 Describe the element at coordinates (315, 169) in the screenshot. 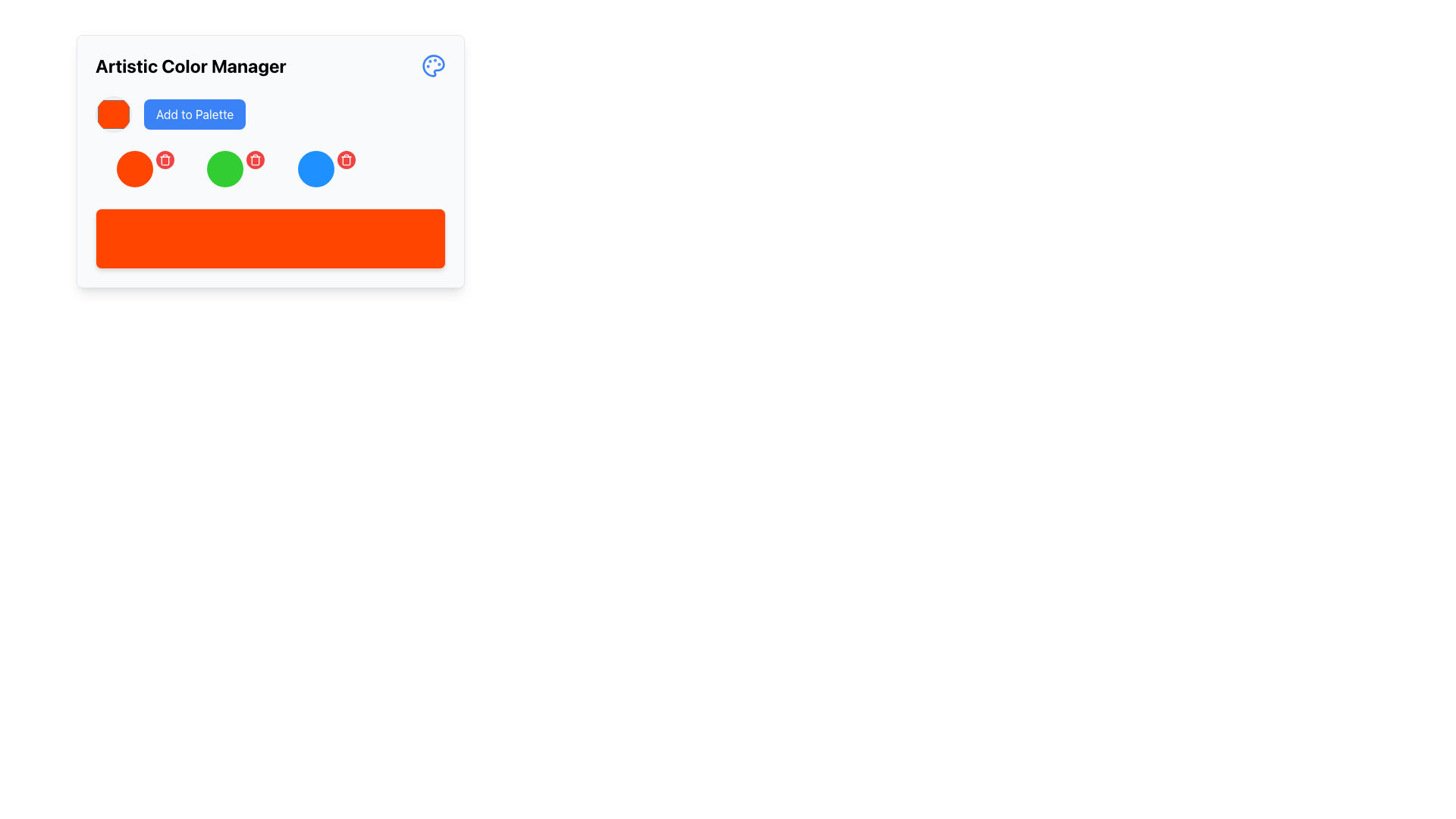

I see `the third circular color button representing the blue color in the 'Artistic Color Manager' section` at that location.